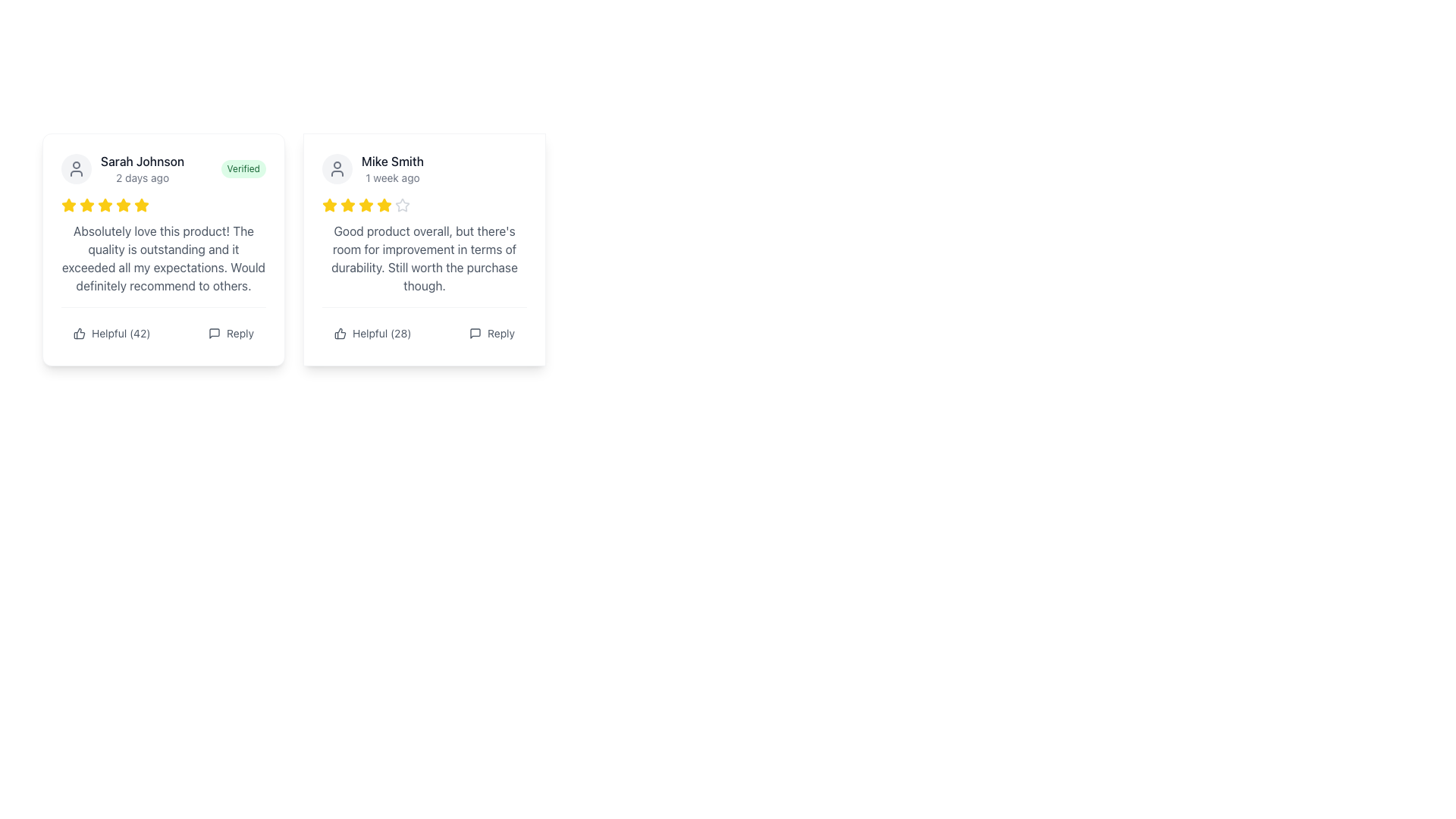  What do you see at coordinates (79, 332) in the screenshot?
I see `the small thumbs-up icon located to the left of the 'Helpful (42)' text to like the review` at bounding box center [79, 332].